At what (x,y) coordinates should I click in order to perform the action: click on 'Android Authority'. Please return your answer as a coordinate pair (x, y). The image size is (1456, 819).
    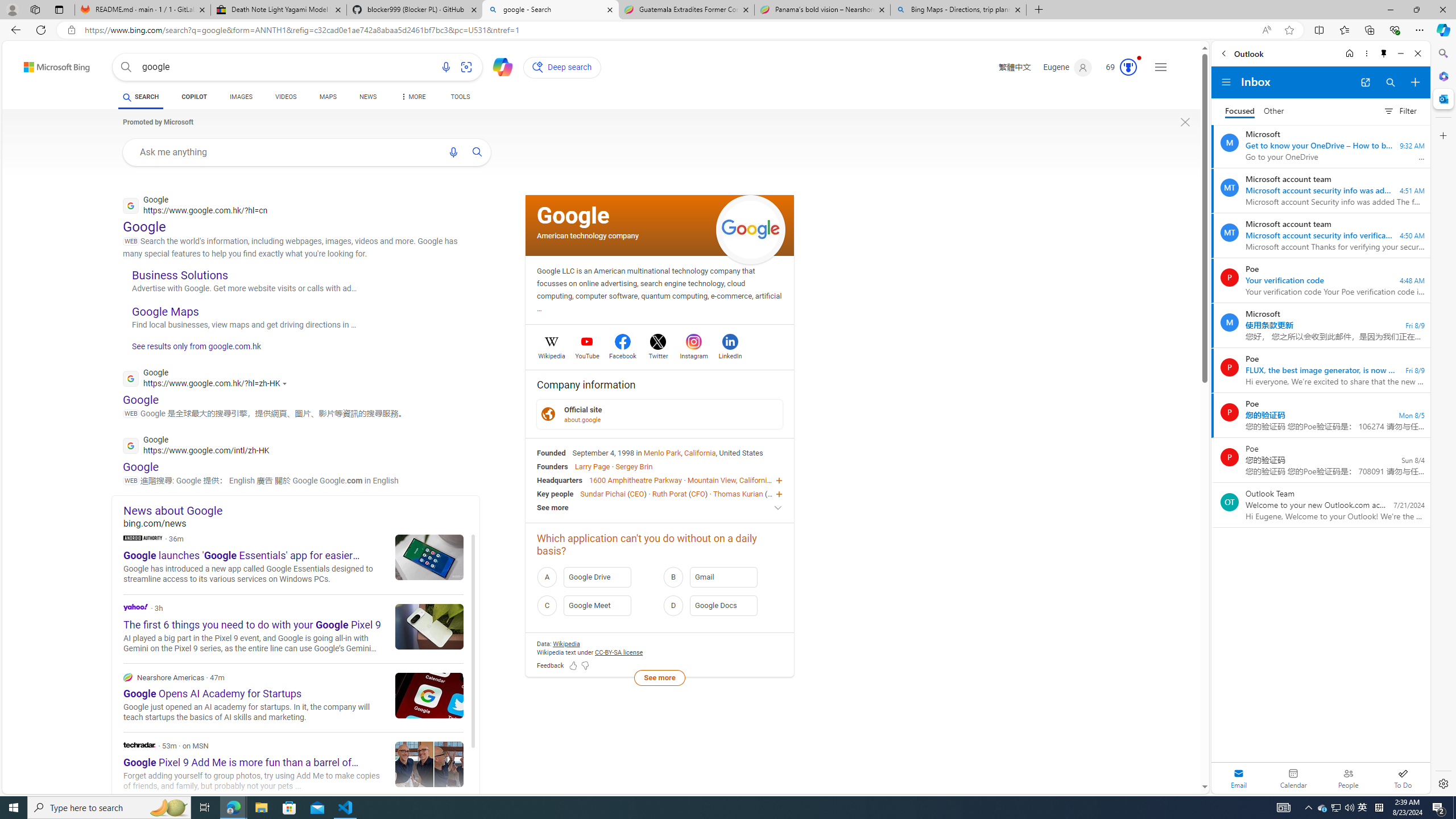
    Looking at the image, I should click on (142, 537).